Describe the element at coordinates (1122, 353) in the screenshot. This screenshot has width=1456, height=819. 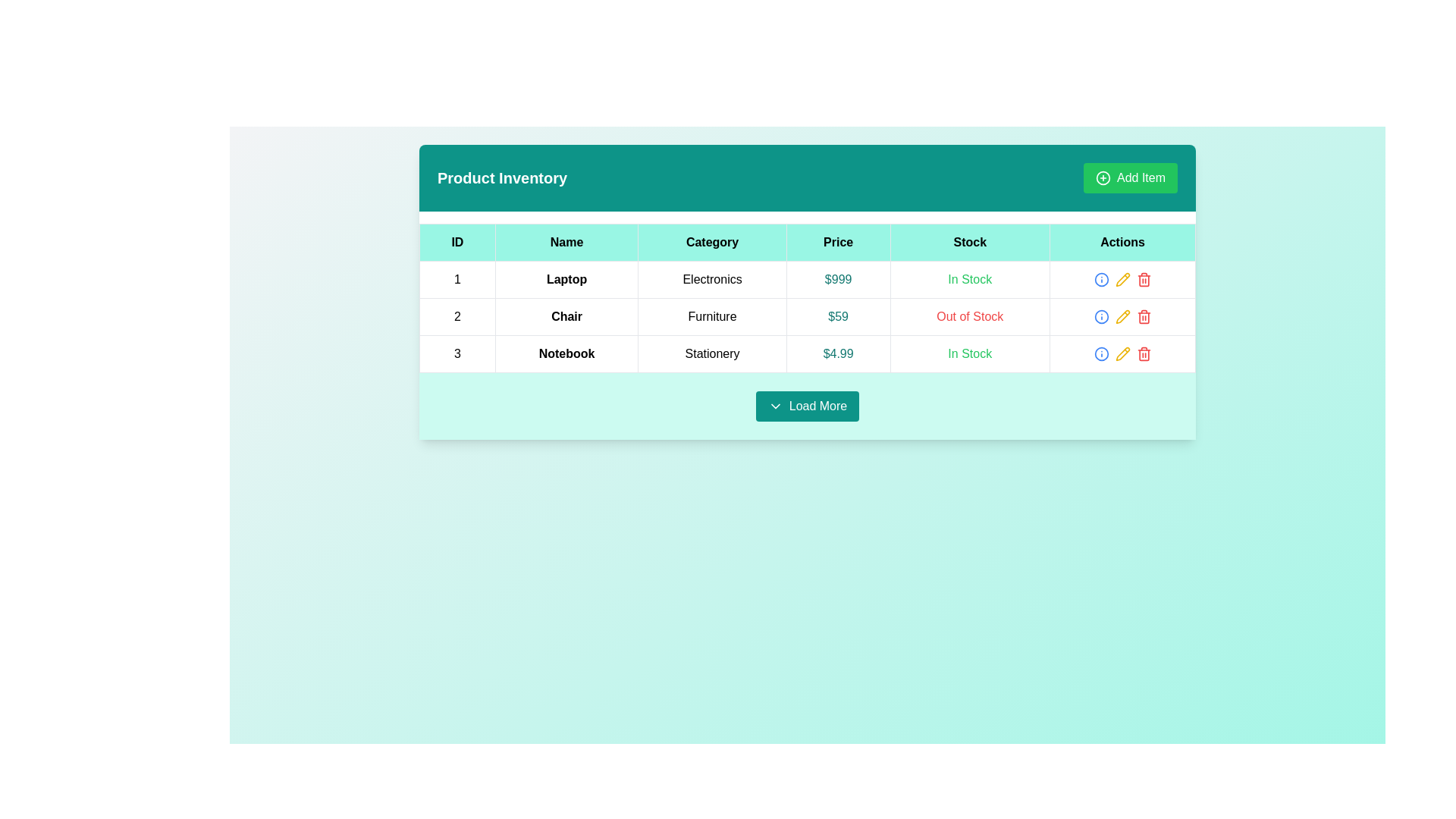
I see `the pencil icon button in the Actions column of the third row` at that location.